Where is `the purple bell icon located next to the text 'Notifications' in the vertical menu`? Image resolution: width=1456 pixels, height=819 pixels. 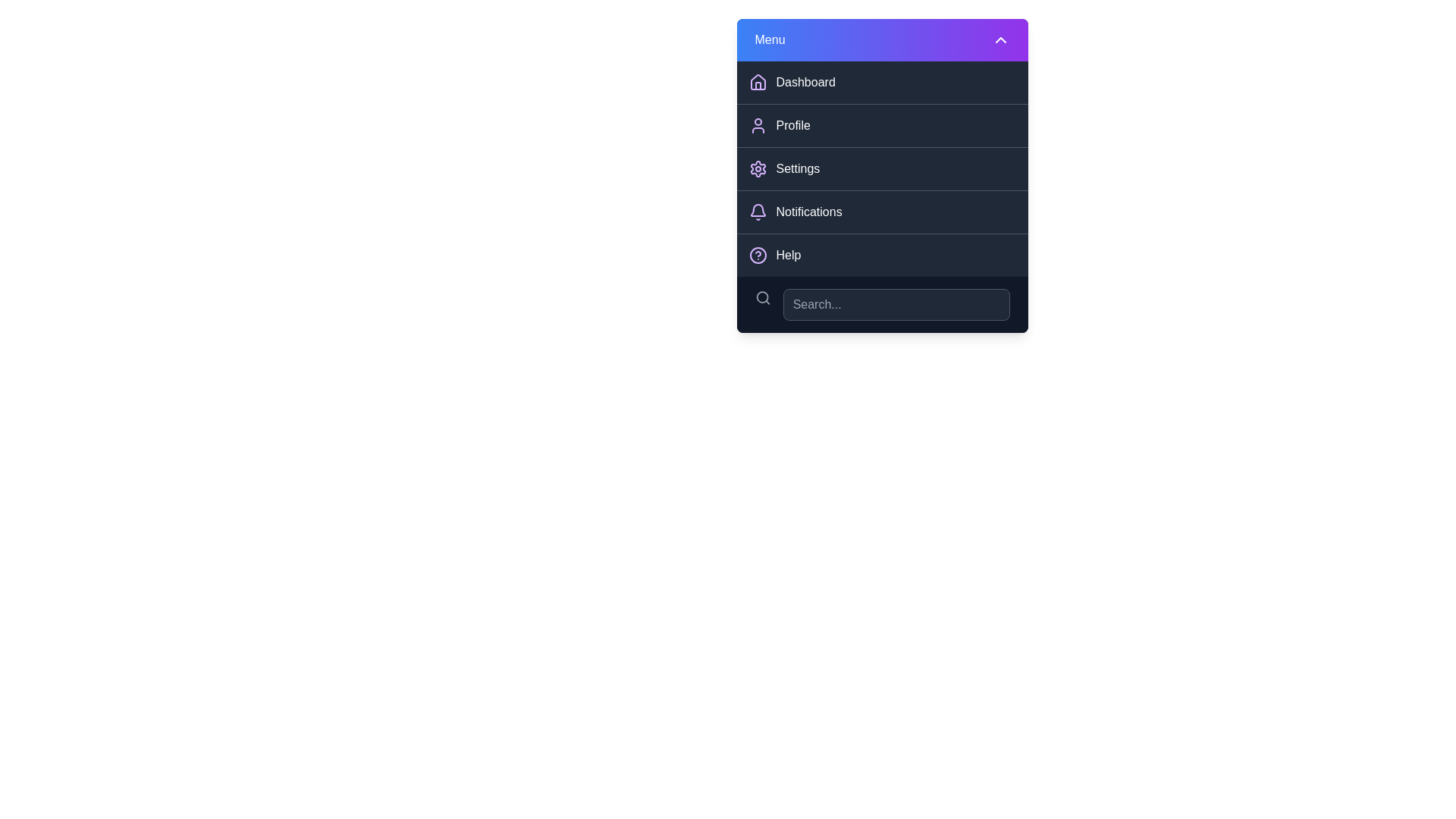 the purple bell icon located next to the text 'Notifications' in the vertical menu is located at coordinates (758, 212).